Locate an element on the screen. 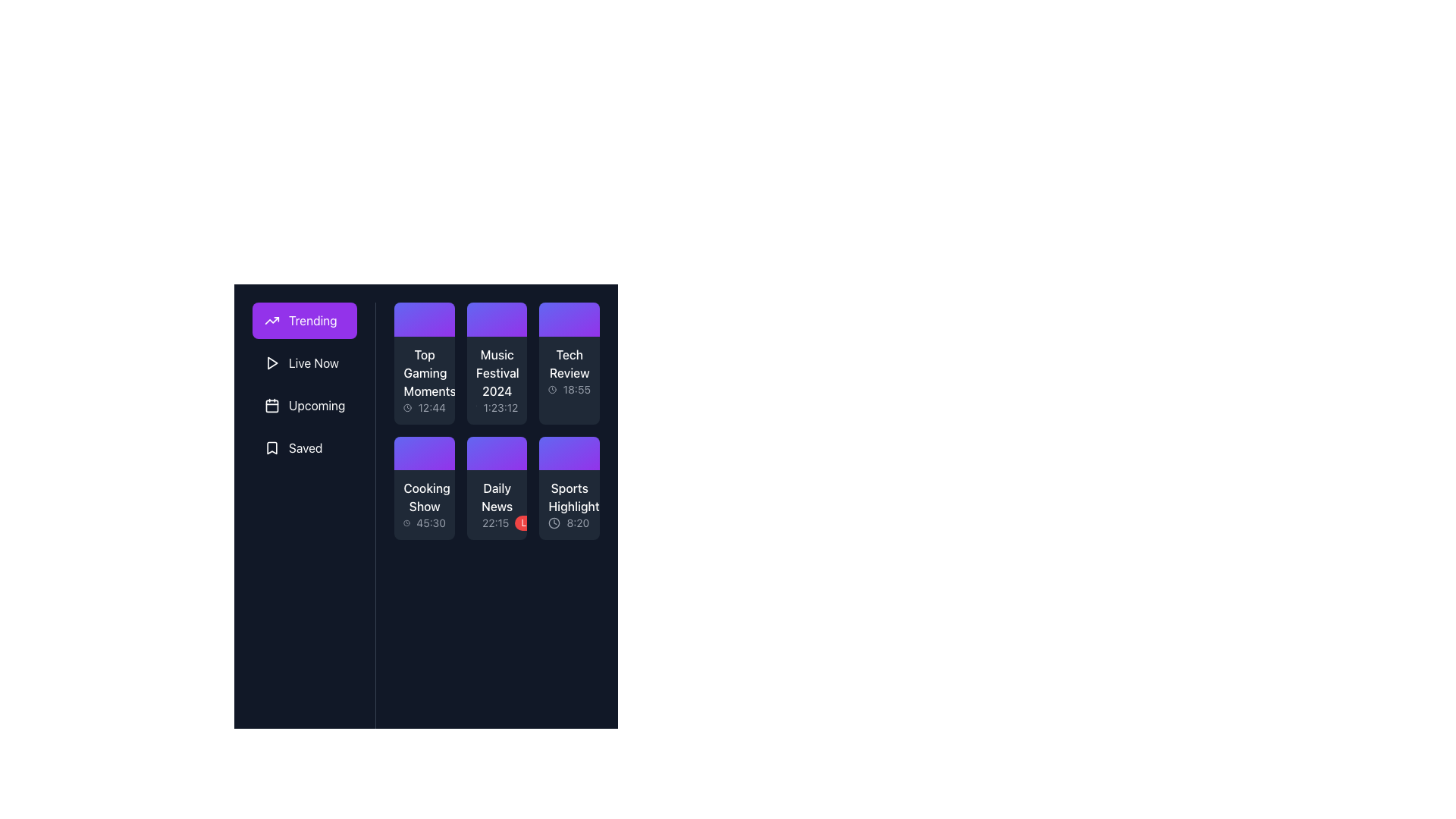  the clock icon, which is a minimalistic circular icon located beside the time text '18:55' within the 'Tech Review' tile in the top-right section of the interface is located at coordinates (552, 388).